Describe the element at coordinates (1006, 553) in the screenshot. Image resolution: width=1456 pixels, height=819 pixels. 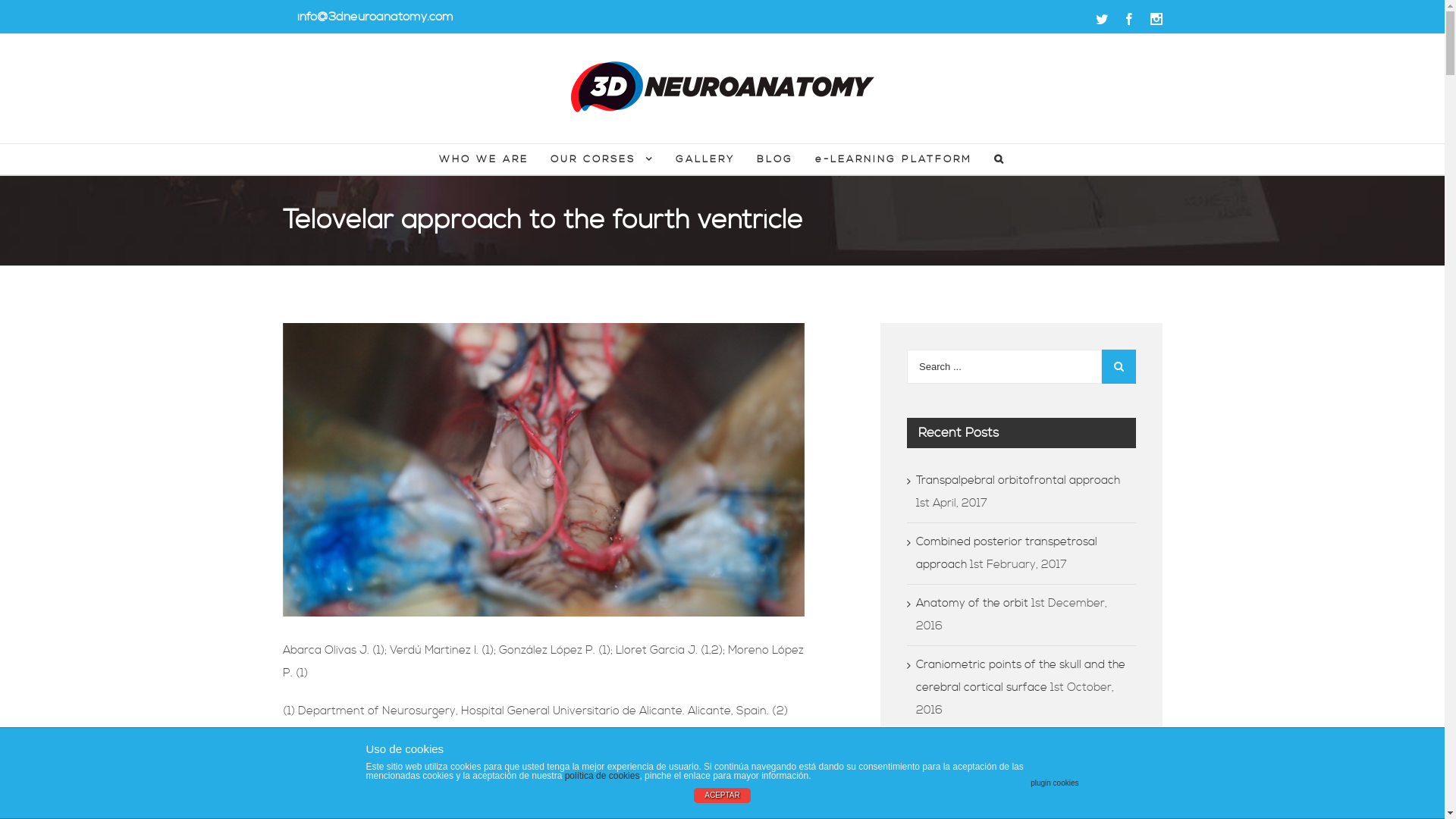
I see `'Combined posterior transpetrosal approach'` at that location.